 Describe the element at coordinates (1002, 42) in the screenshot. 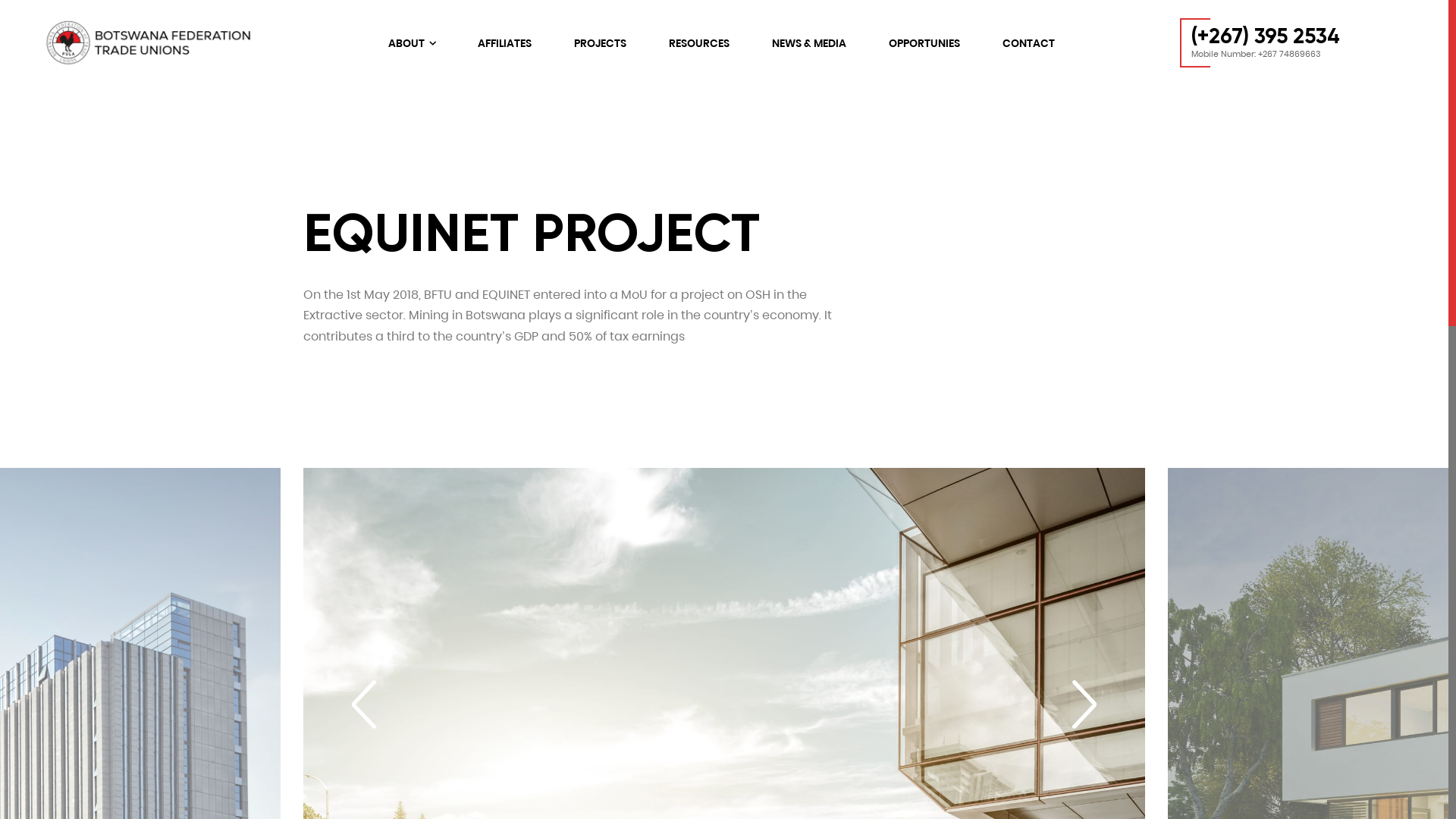

I see `'CONTACT'` at that location.